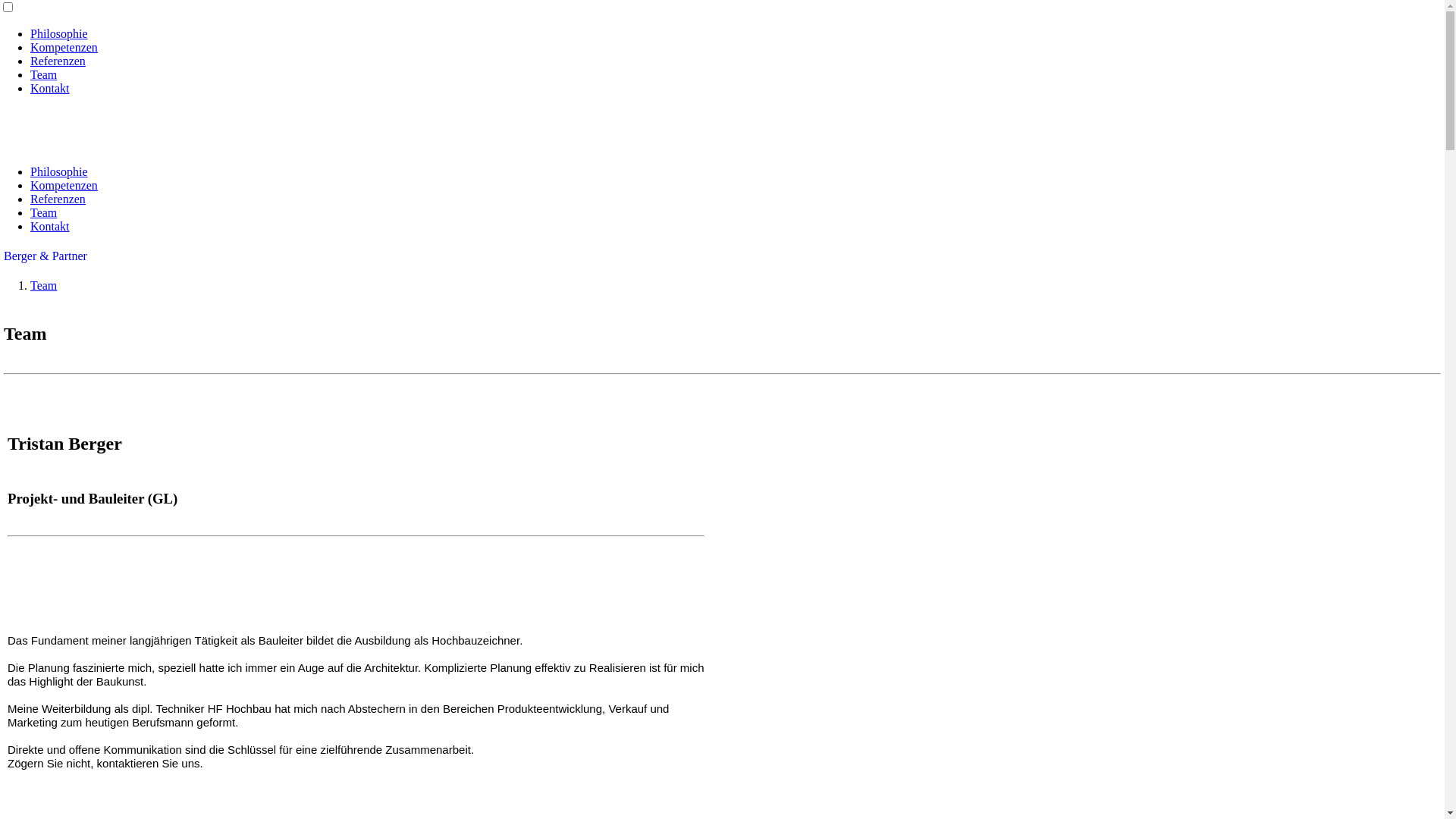  Describe the element at coordinates (45, 255) in the screenshot. I see `'Berger & Partner'` at that location.